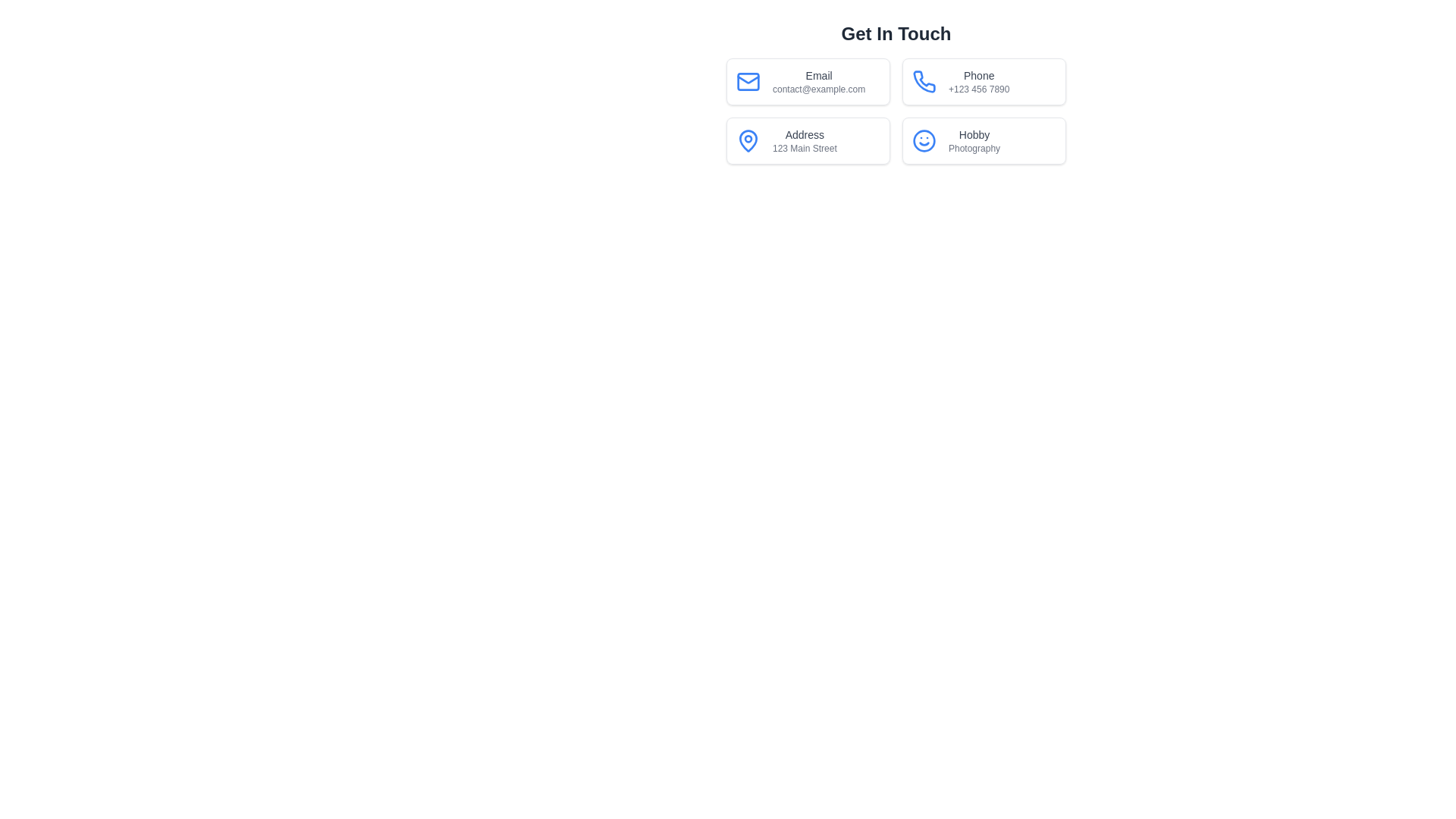  What do you see at coordinates (924, 82) in the screenshot?
I see `the blue phone icon located under the 'Get In Touch' heading, positioned in the second box of the grid layout` at bounding box center [924, 82].